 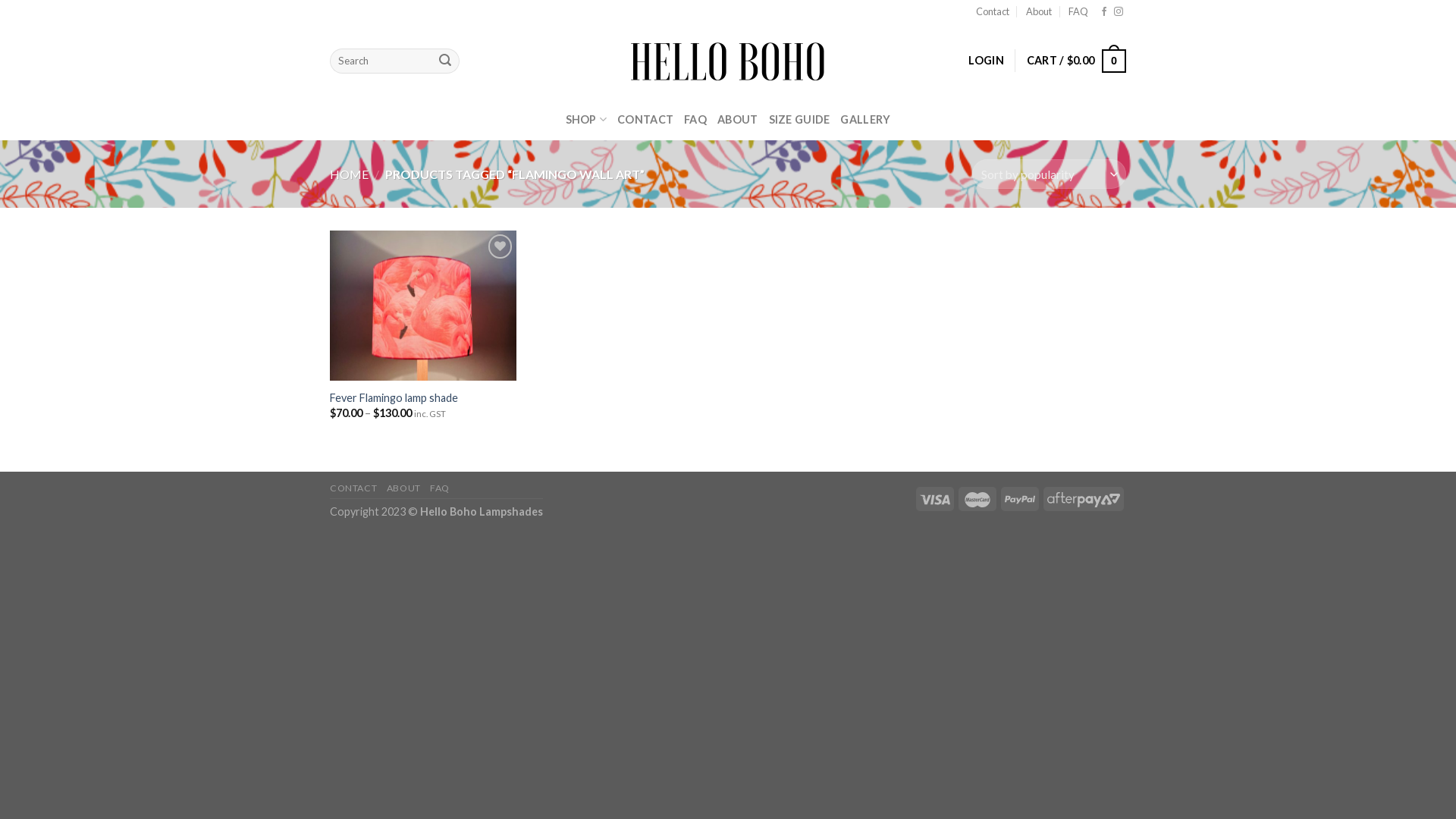 I want to click on 'ABOUT', so click(x=737, y=119).